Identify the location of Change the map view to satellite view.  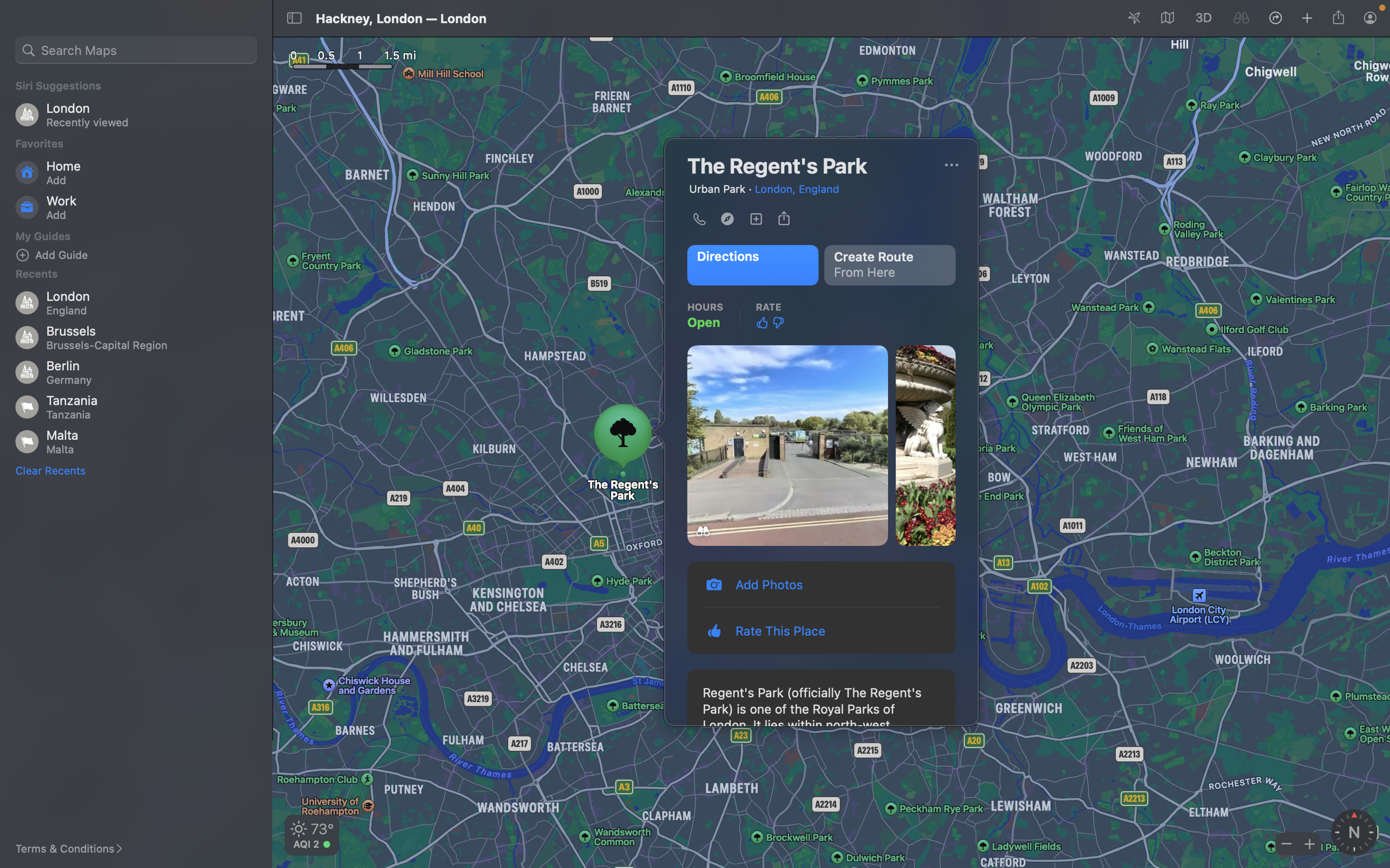
(951, 165).